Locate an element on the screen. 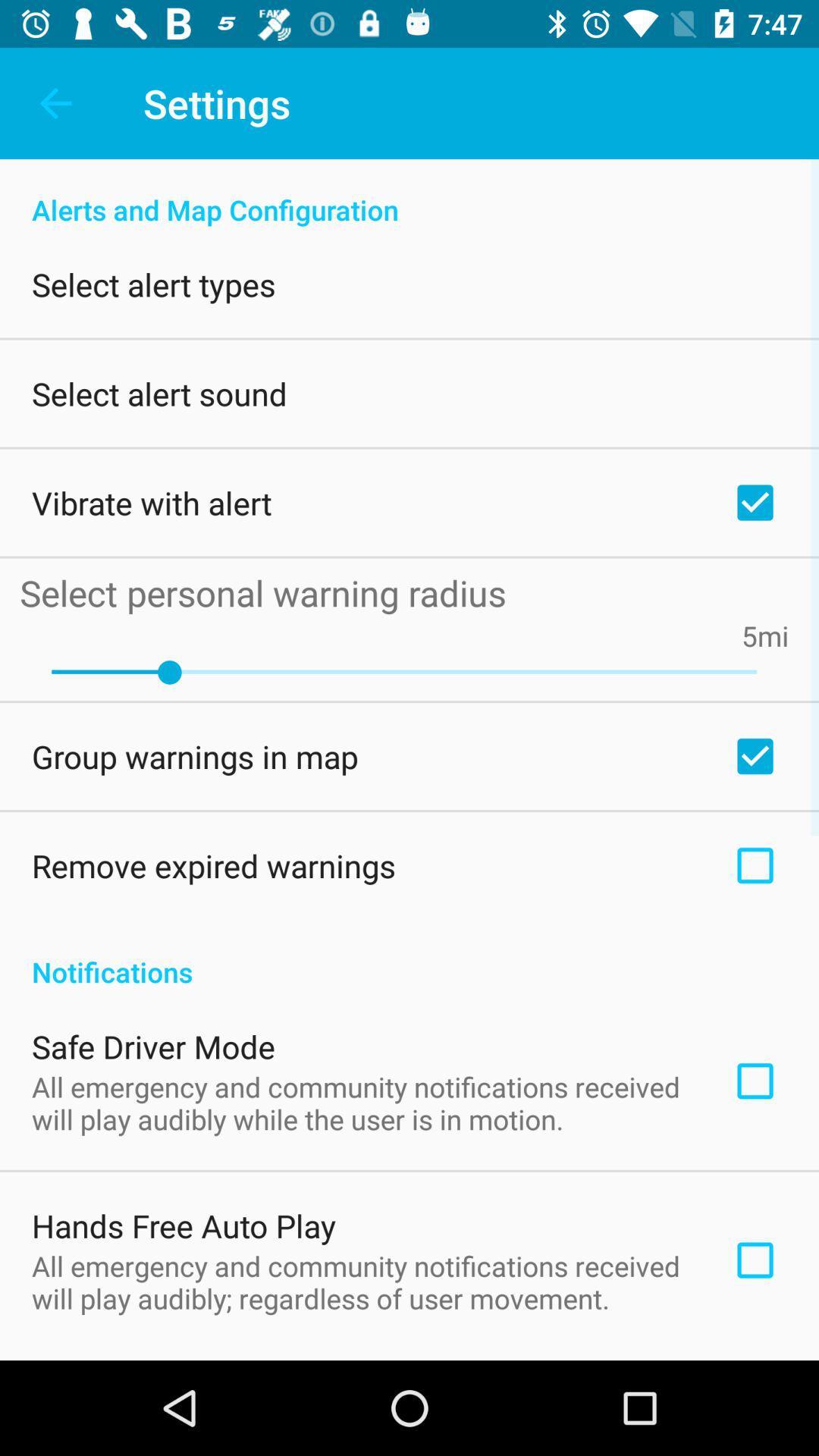 The width and height of the screenshot is (819, 1456). alerts and map is located at coordinates (409, 193).